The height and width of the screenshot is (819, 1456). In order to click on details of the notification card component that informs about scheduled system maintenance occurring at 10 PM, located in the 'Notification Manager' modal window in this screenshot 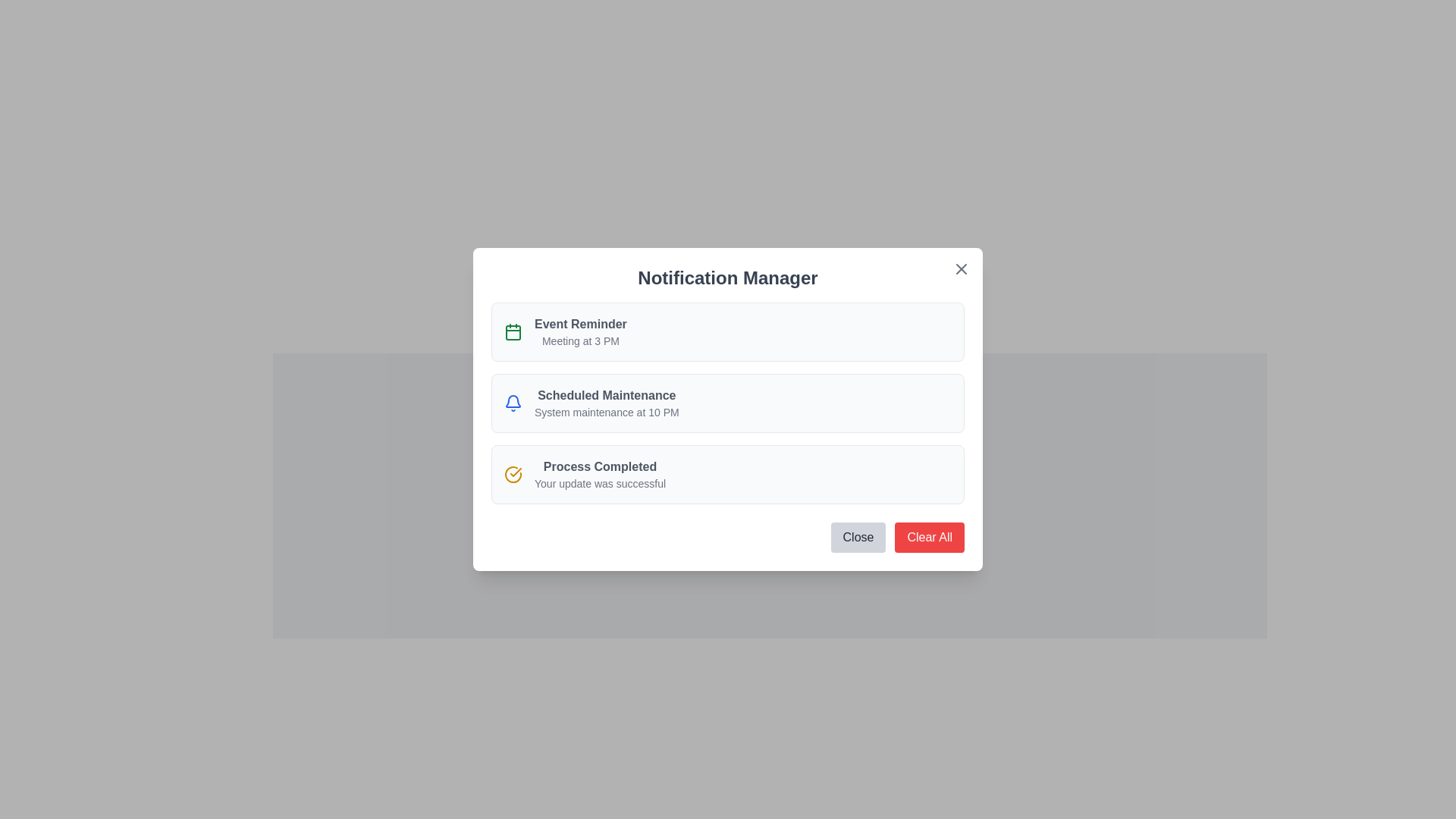, I will do `click(728, 403)`.